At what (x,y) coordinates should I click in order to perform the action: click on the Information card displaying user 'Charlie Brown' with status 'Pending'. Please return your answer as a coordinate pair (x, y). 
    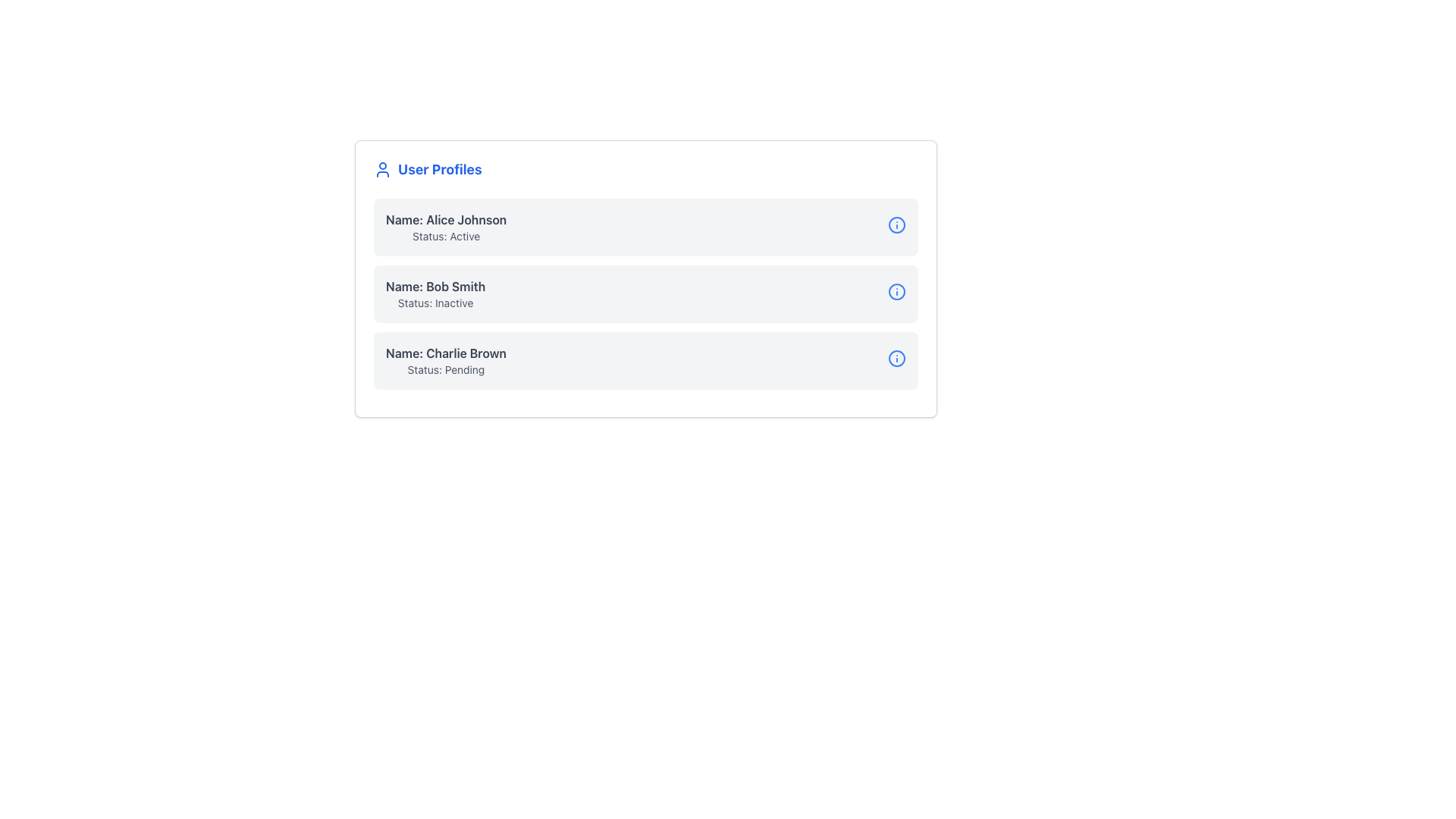
    Looking at the image, I should click on (645, 360).